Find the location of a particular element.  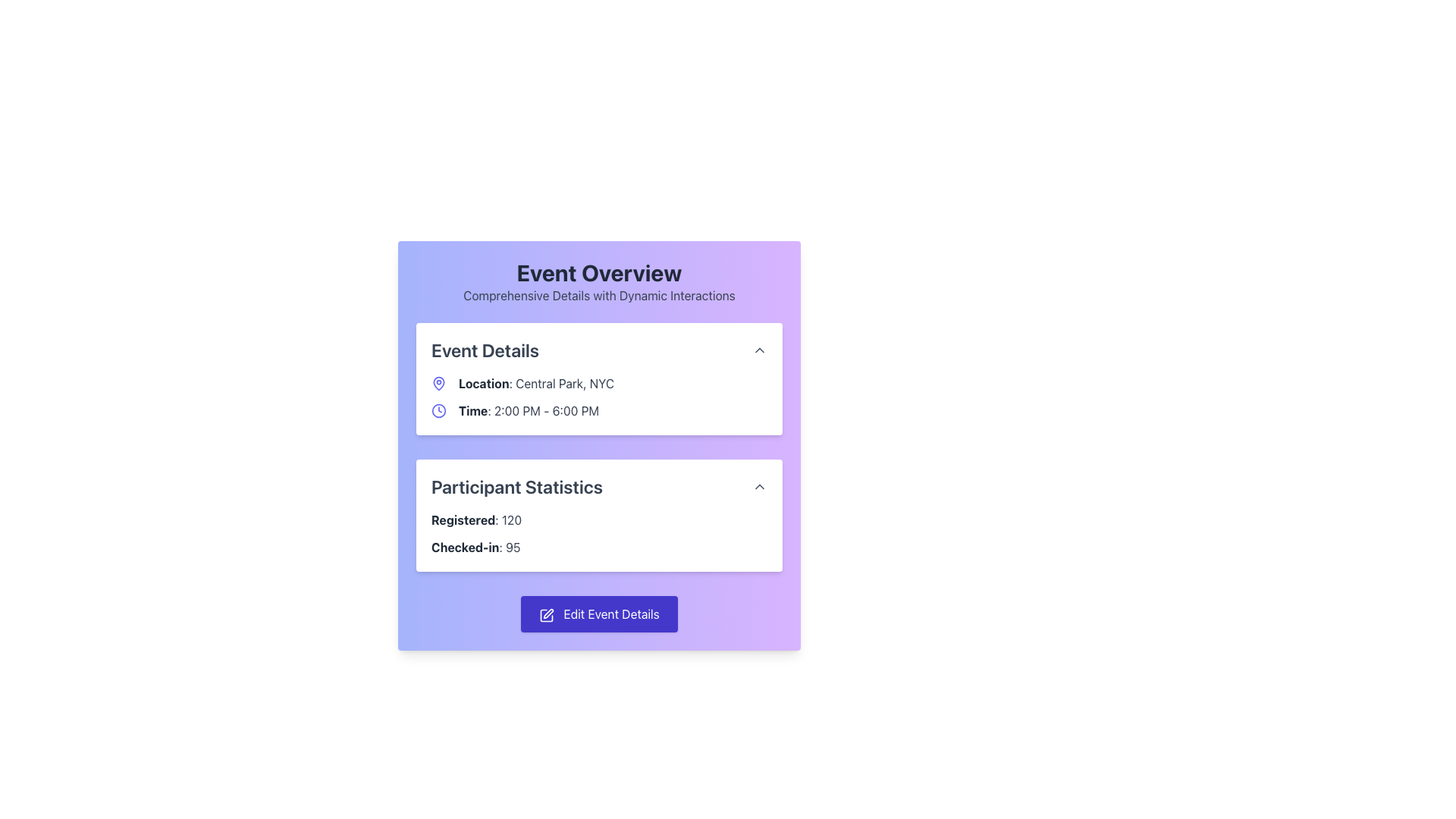

displayed information about the location of the event, 'Central Park, NYC', which is located in the 'Event Details' section beneath the title 'Event Details' is located at coordinates (536, 382).